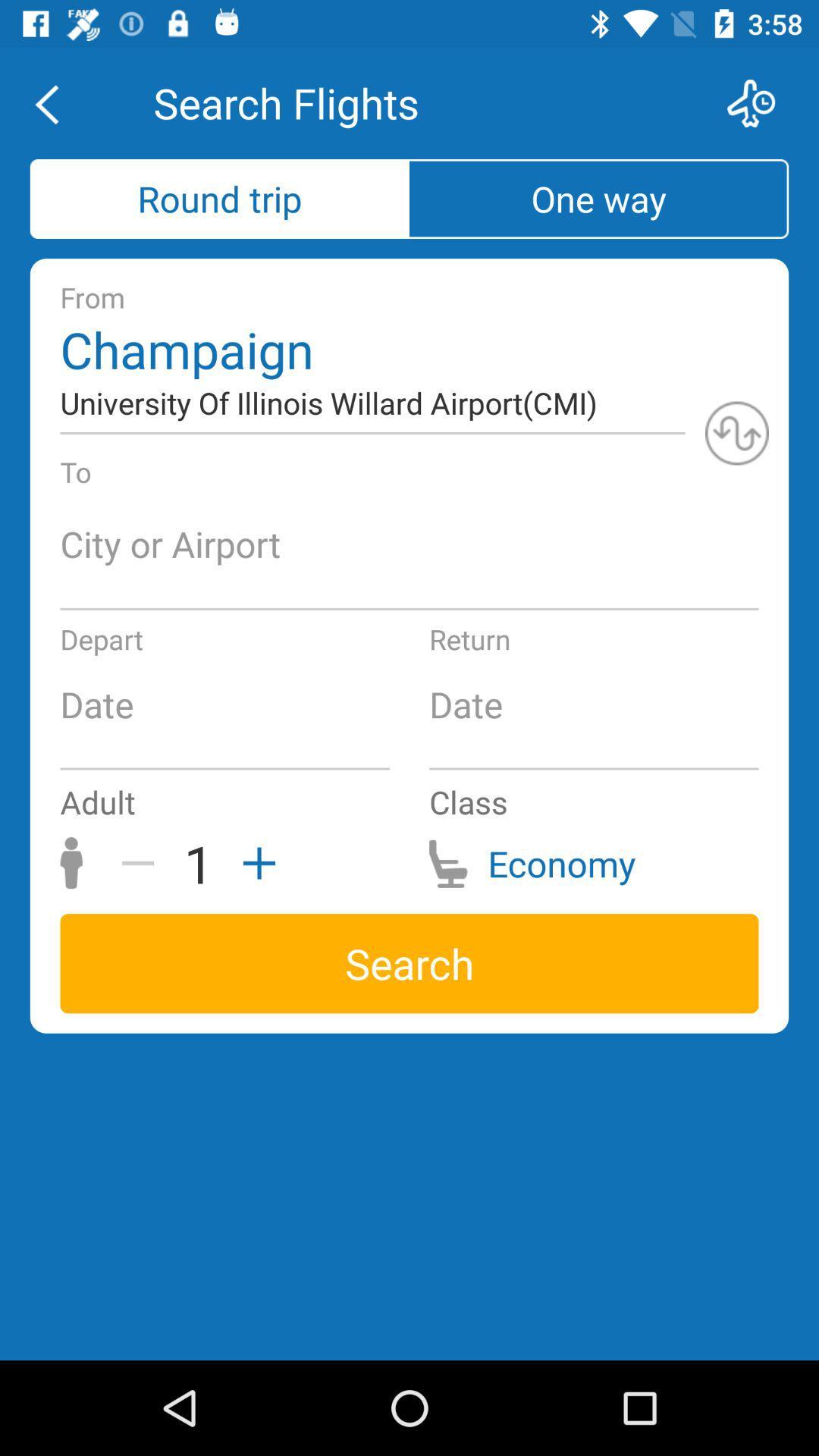 The width and height of the screenshot is (819, 1456). What do you see at coordinates (143, 863) in the screenshot?
I see `the icon to the left of the 1 icon` at bounding box center [143, 863].